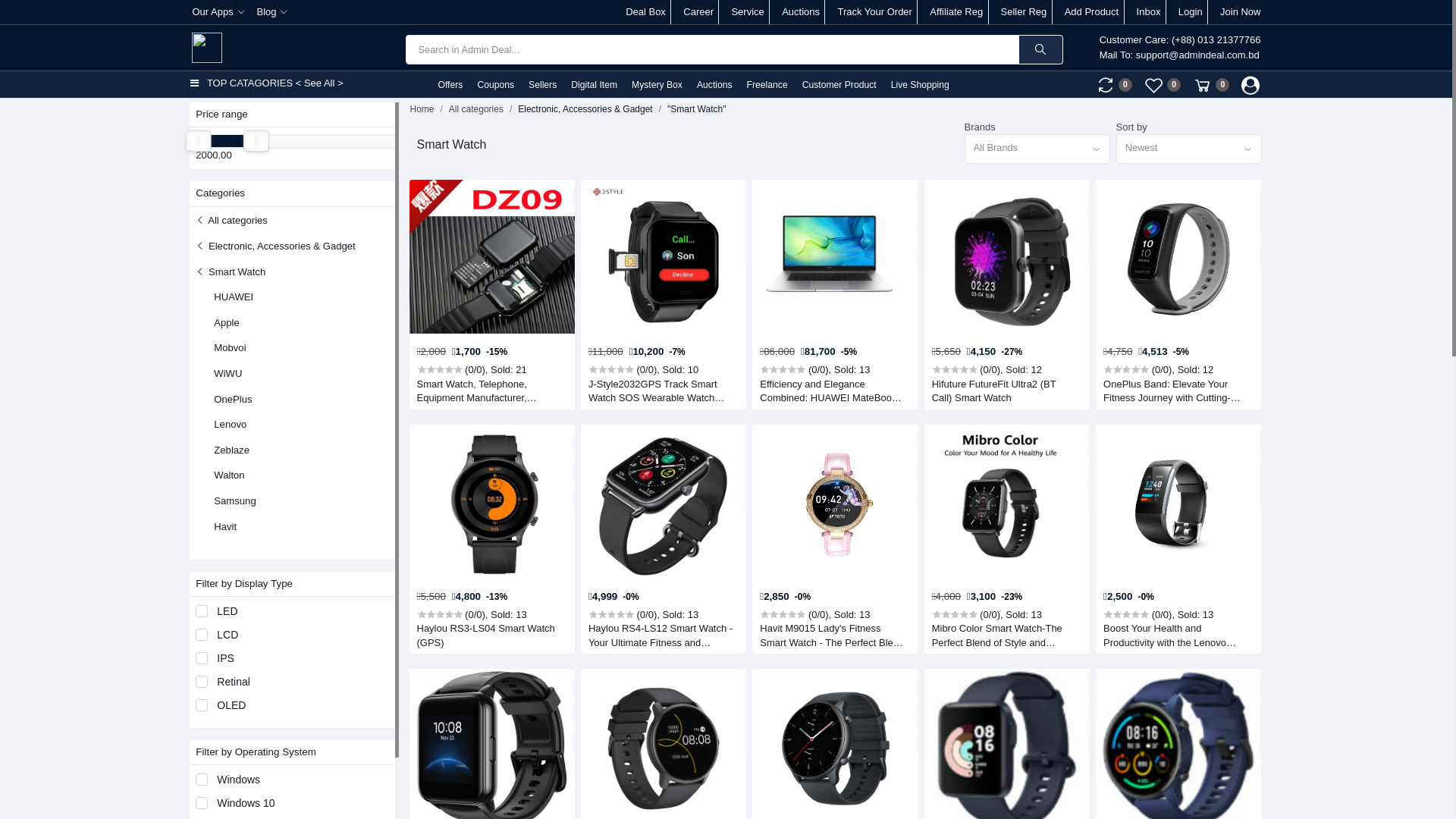  What do you see at coordinates (229, 780) in the screenshot?
I see `'RAZER'` at bounding box center [229, 780].